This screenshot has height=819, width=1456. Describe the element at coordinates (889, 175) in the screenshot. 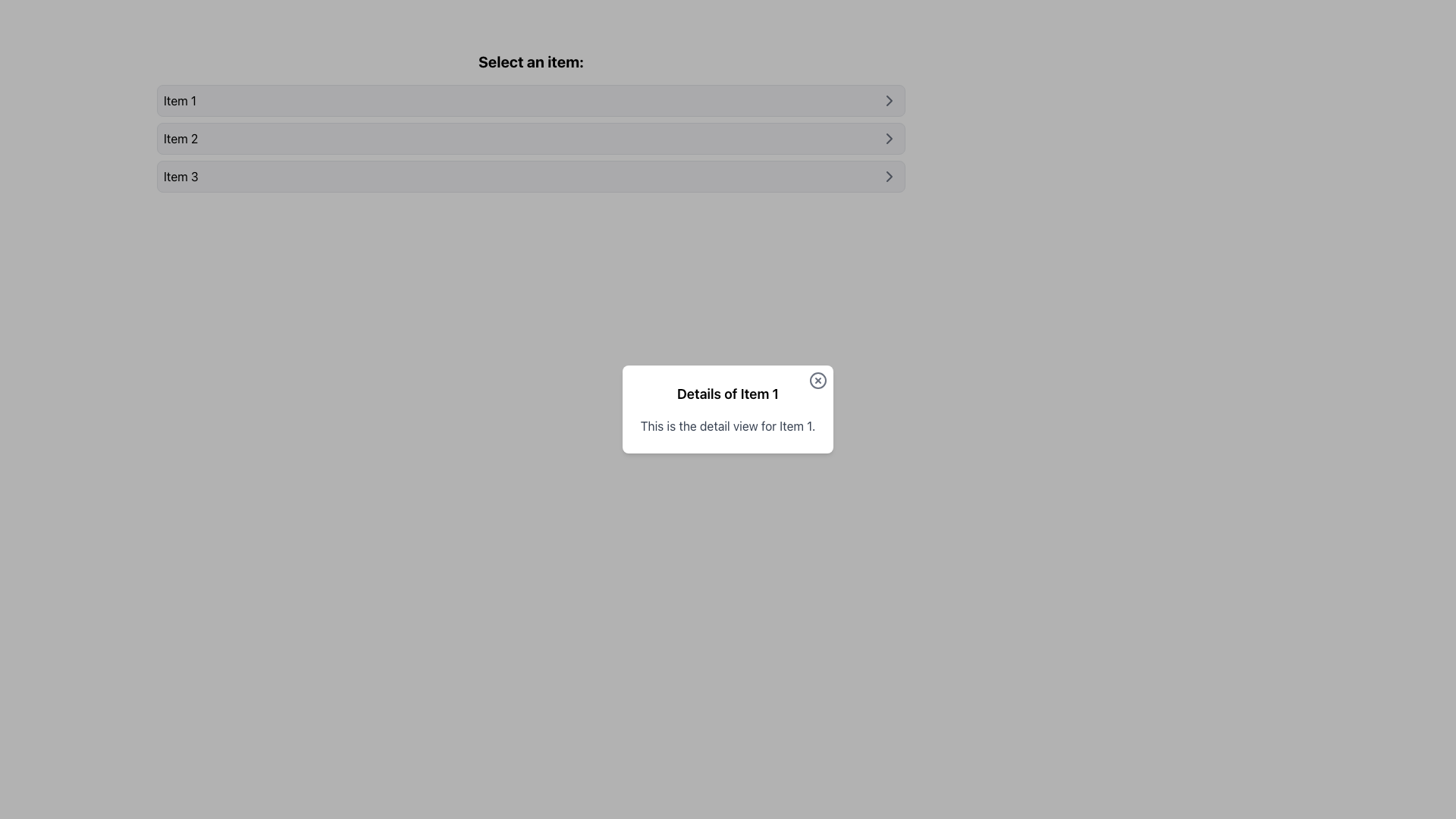

I see `the rightward-pointing chevron arrow icon located at the far-right of the list item labeled 'Item 3'` at that location.